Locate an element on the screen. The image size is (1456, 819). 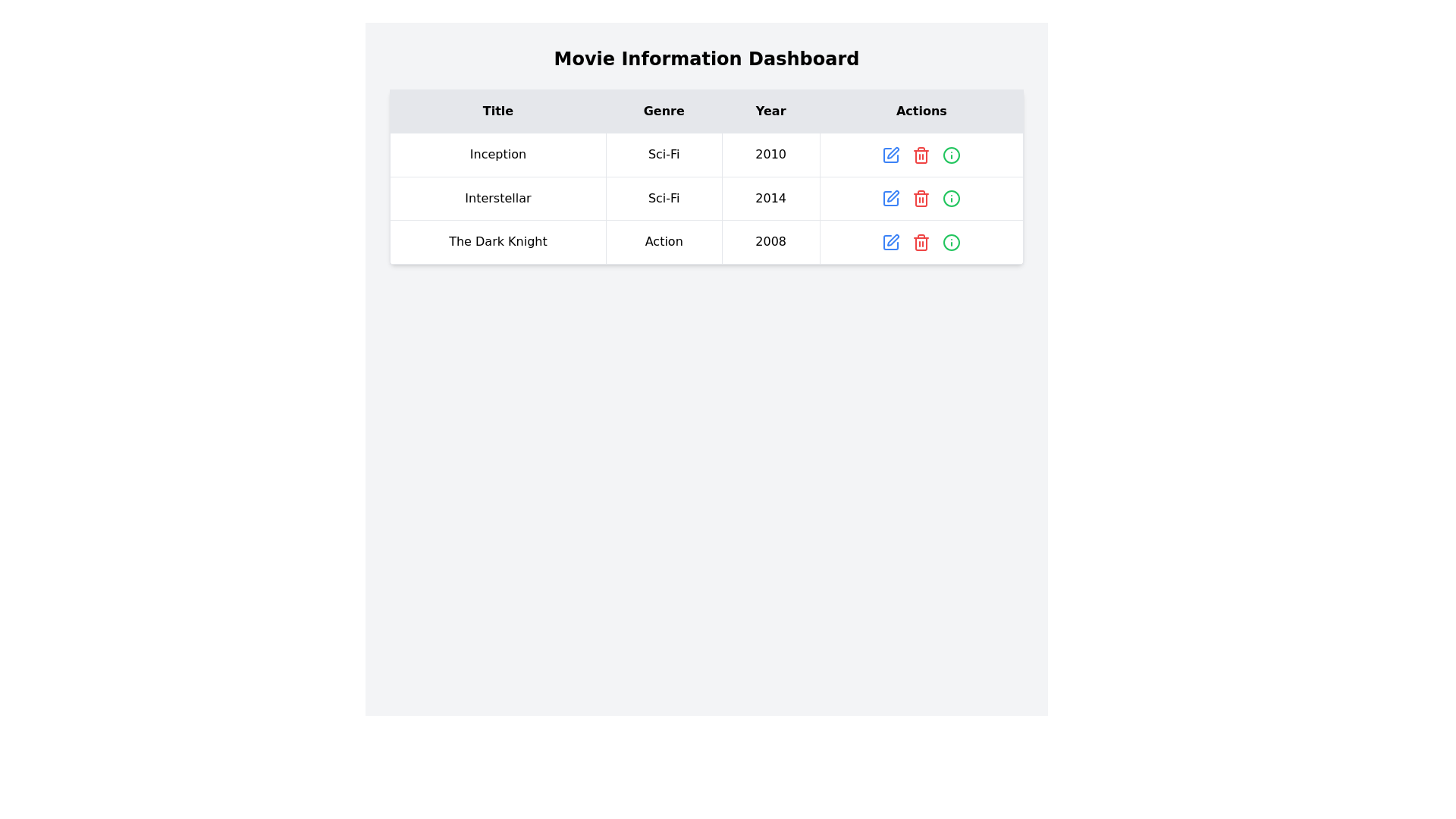
the second row of the main data table containing the information 'Interstellar', 'Sci-Fi', '2014' is located at coordinates (705, 197).